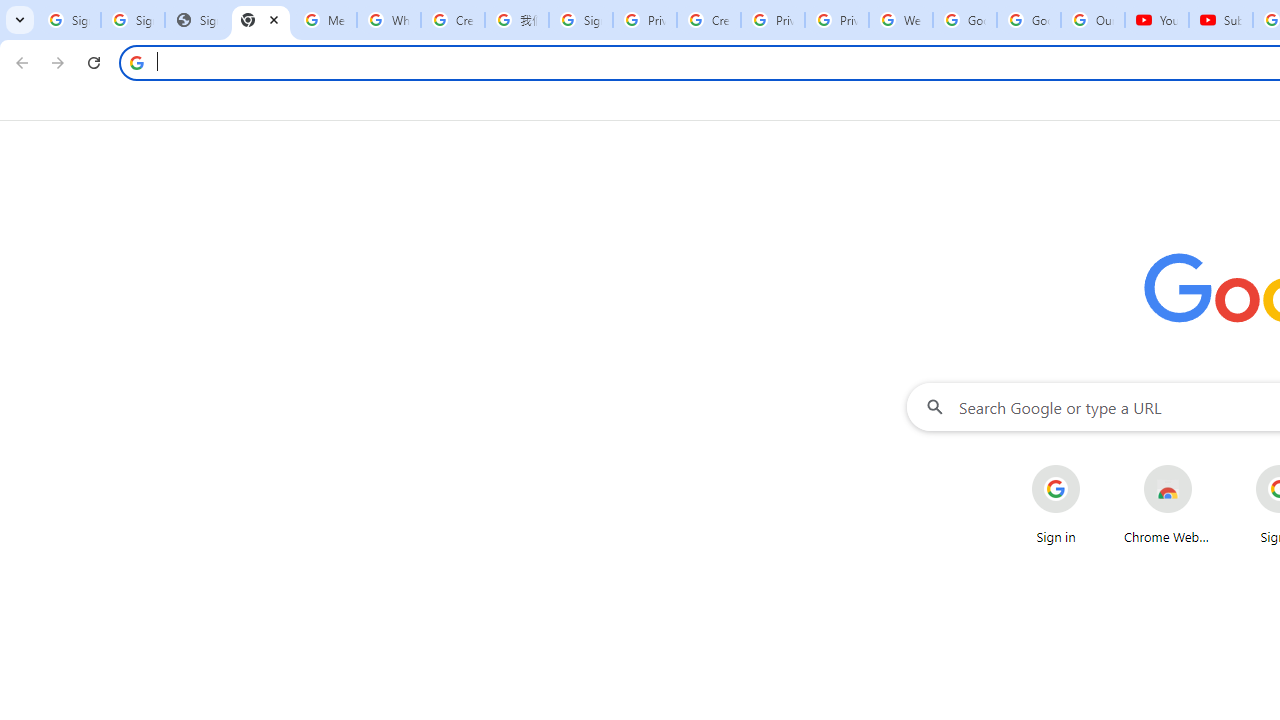 Image resolution: width=1280 pixels, height=720 pixels. Describe the element at coordinates (58, 61) in the screenshot. I see `'Forward'` at that location.